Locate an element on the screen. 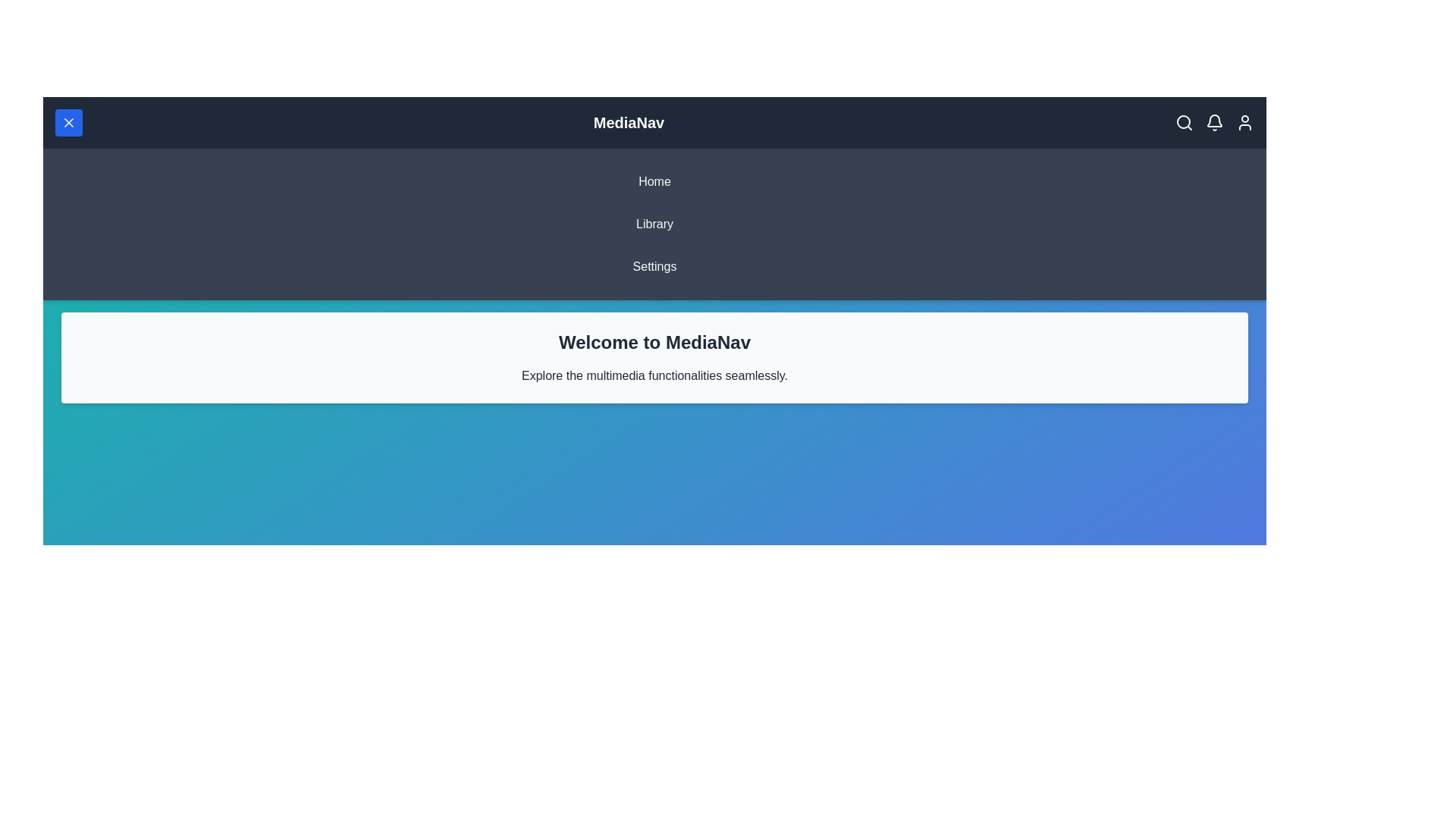 This screenshot has height=819, width=1456. the toggle button at the top left corner to toggle the sidebar visibility is located at coordinates (68, 122).